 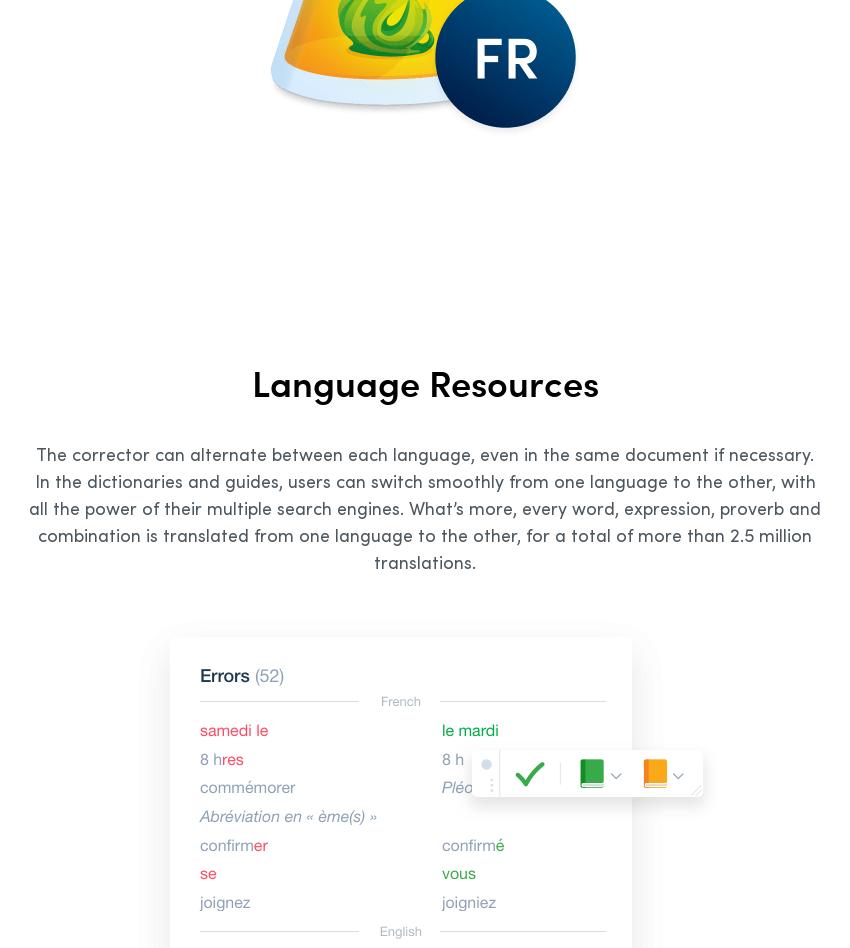 I want to click on 'Documentation', so click(x=308, y=502).